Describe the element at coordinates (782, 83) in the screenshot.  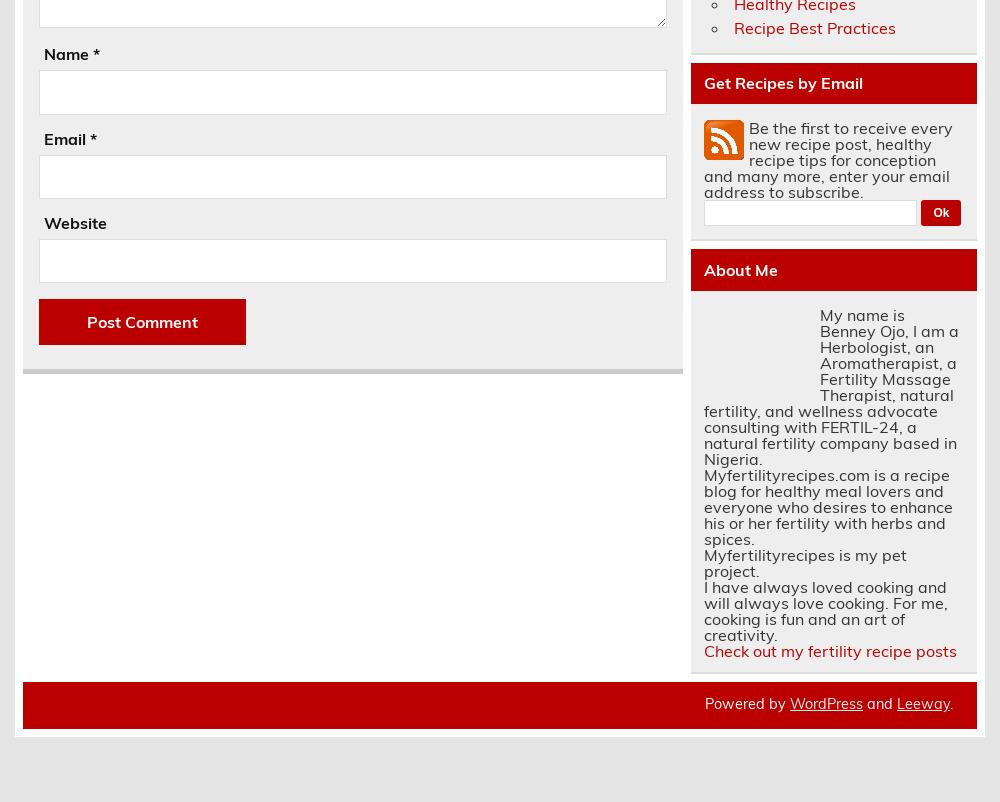
I see `'Get Recipes by Email'` at that location.